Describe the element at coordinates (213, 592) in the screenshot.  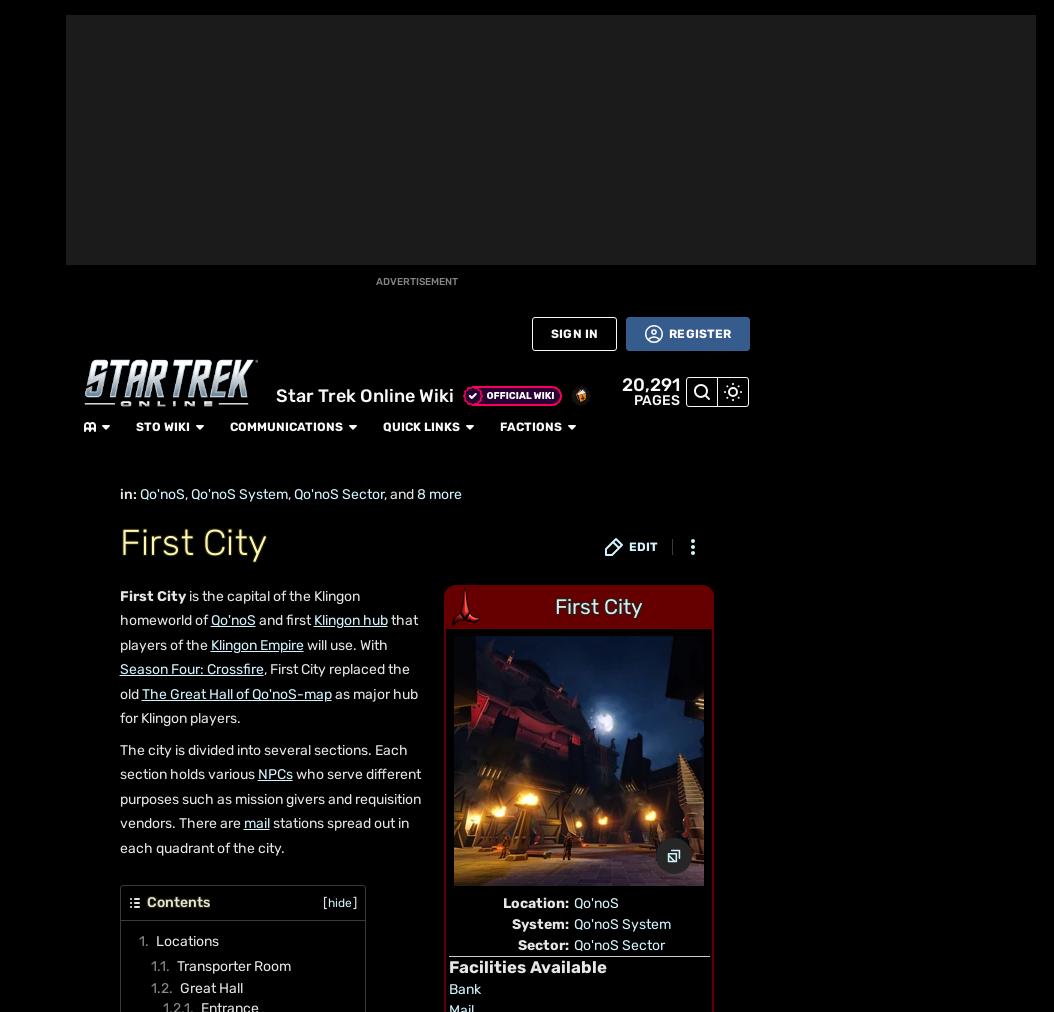
I see `'Following the death of'` at that location.